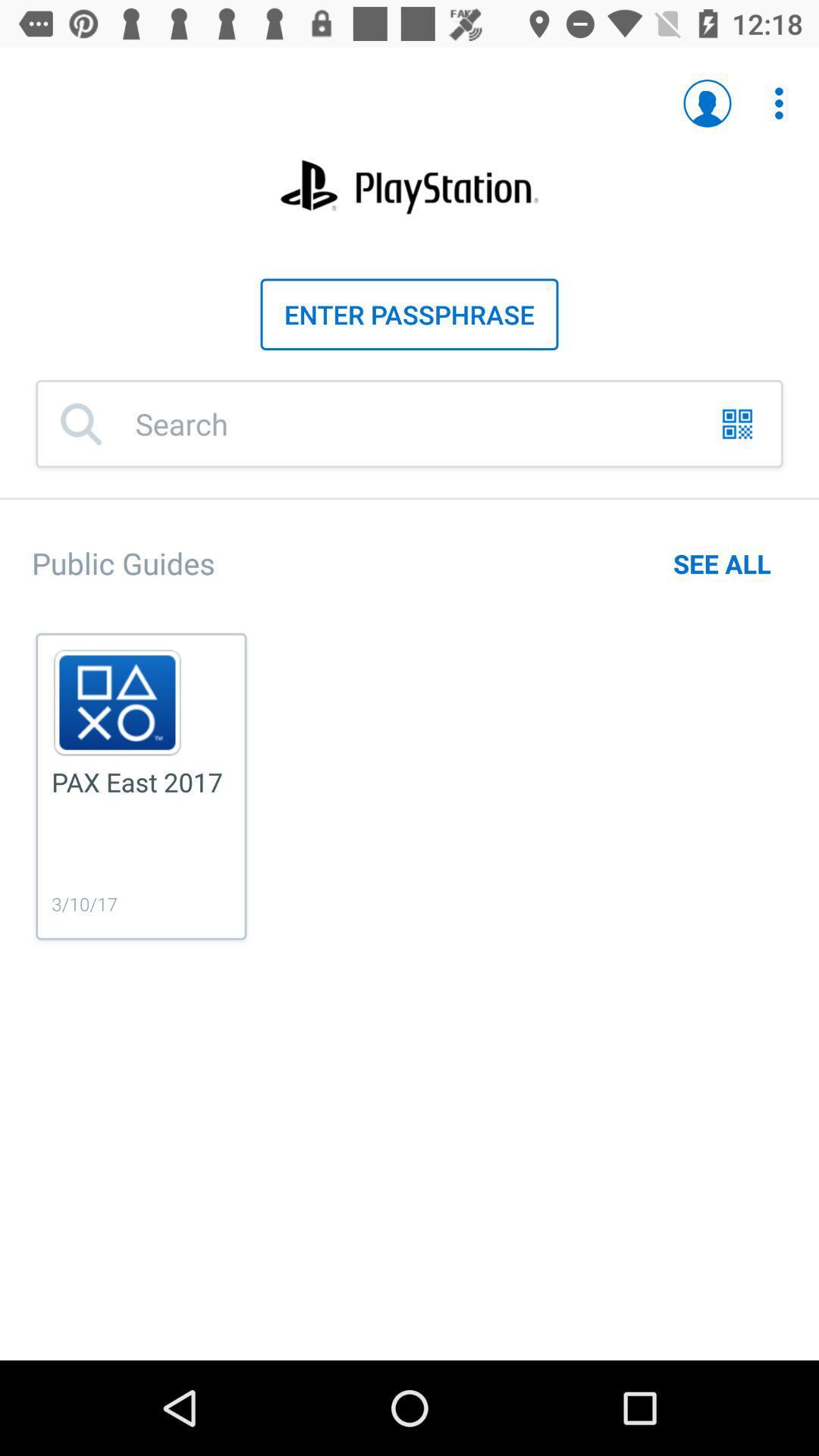 The height and width of the screenshot is (1456, 819). Describe the element at coordinates (409, 313) in the screenshot. I see `text field which is below playstation on the page` at that location.